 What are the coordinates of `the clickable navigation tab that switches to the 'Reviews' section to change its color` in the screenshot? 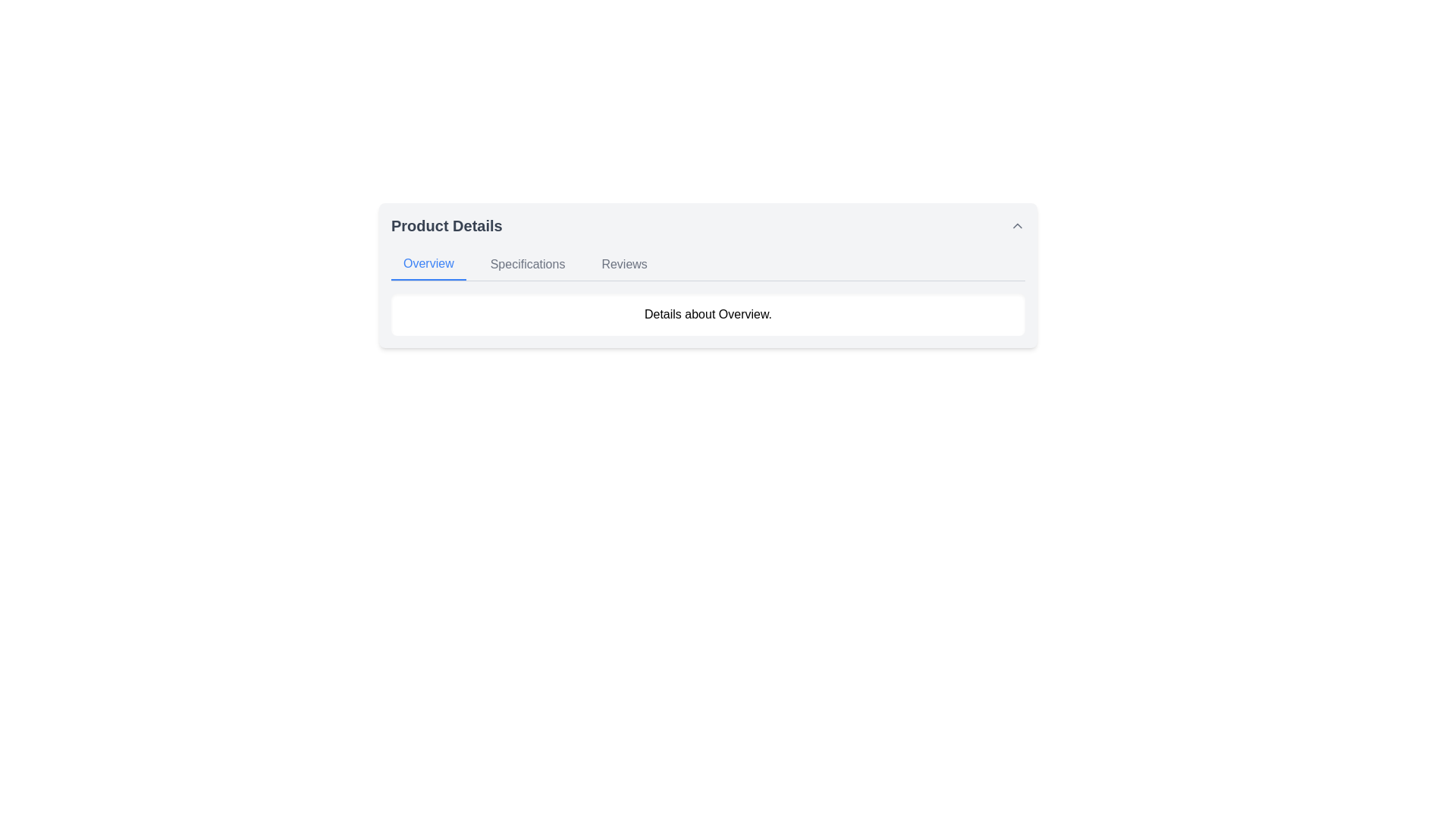 It's located at (624, 263).